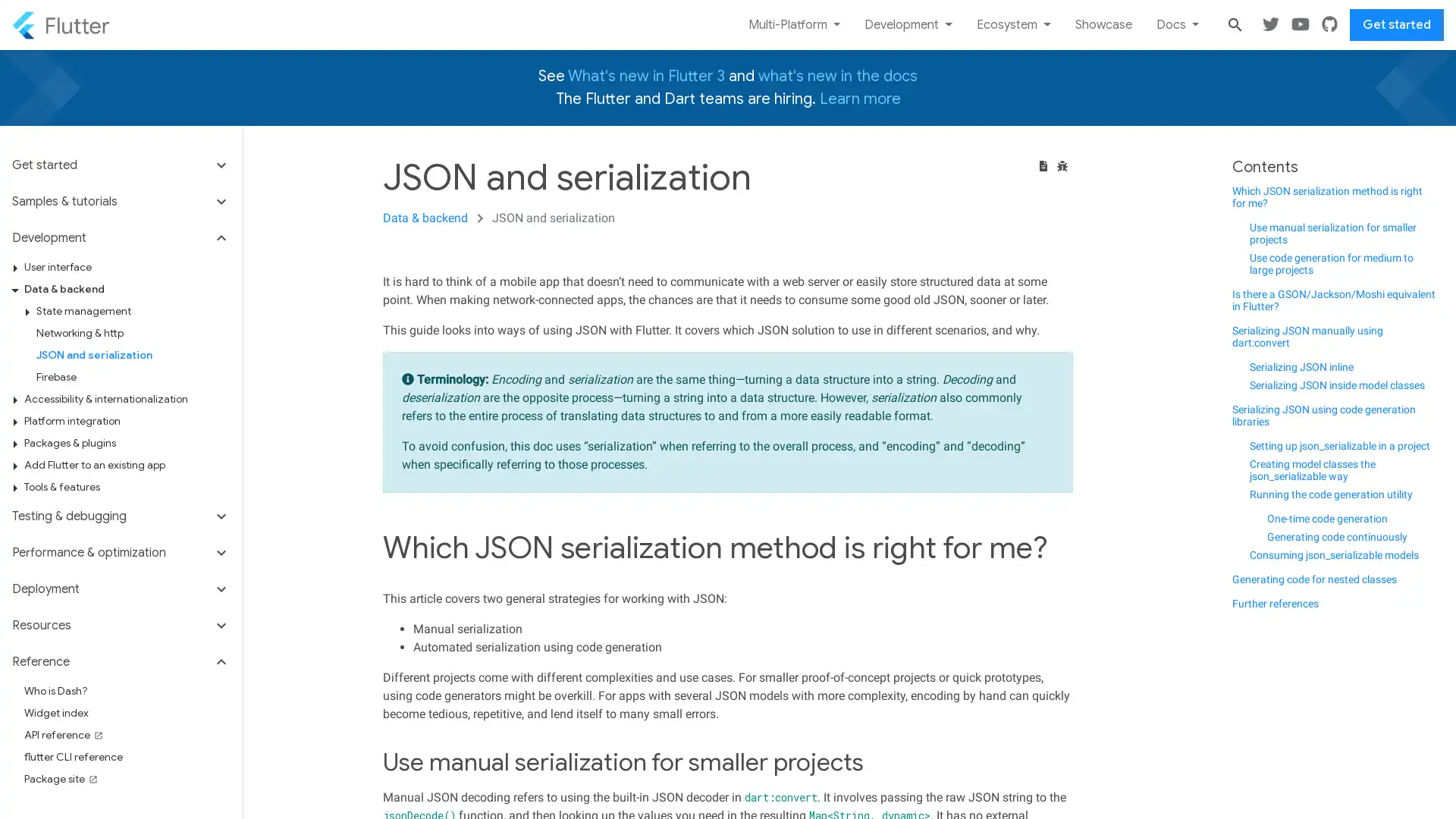 Image resolution: width=1456 pixels, height=819 pixels. Describe the element at coordinates (133, 310) in the screenshot. I see `arrow_drop_down State management` at that location.